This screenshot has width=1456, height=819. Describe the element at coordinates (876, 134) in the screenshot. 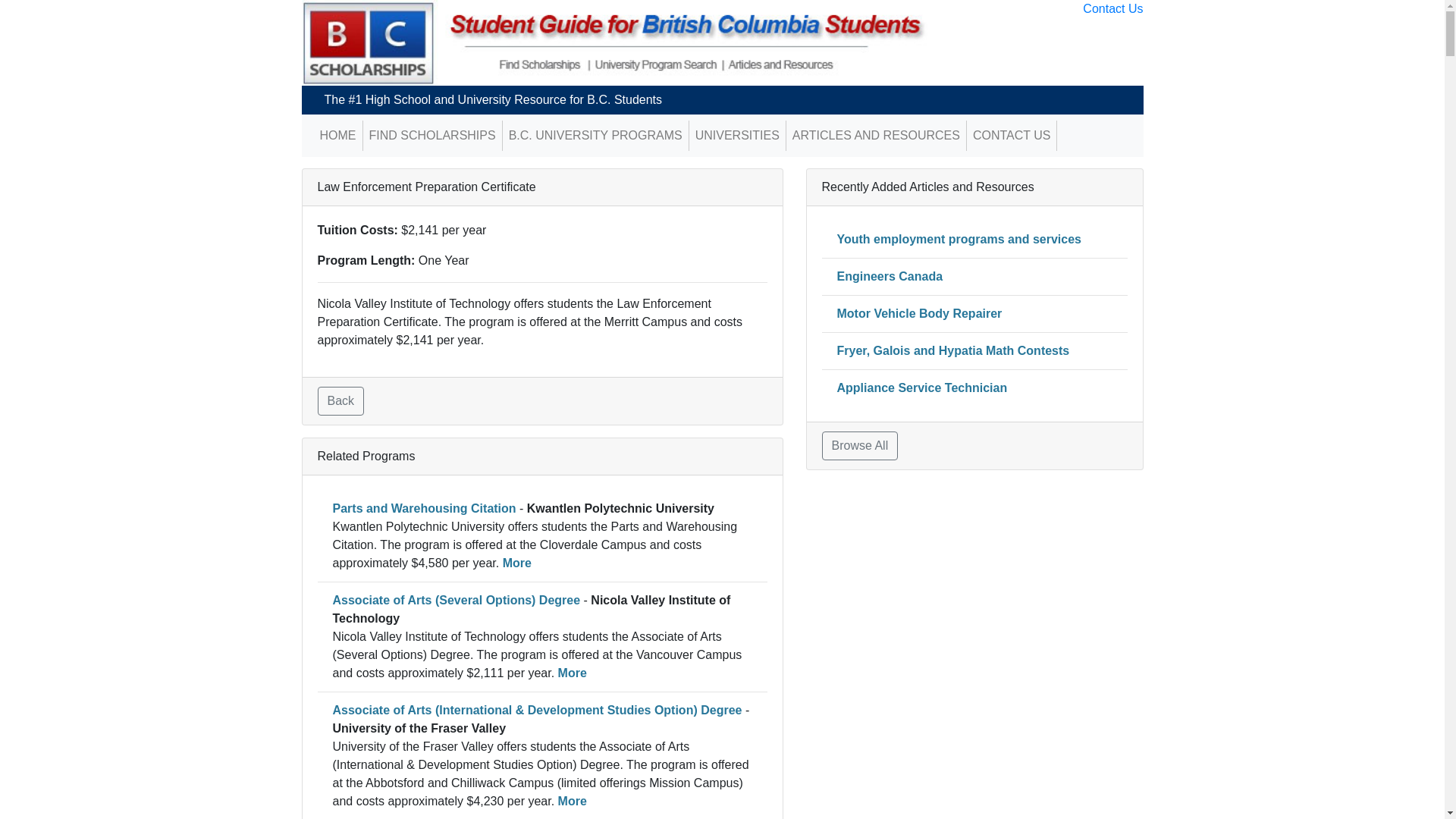

I see `'ARTICLES AND RESOURCES'` at that location.